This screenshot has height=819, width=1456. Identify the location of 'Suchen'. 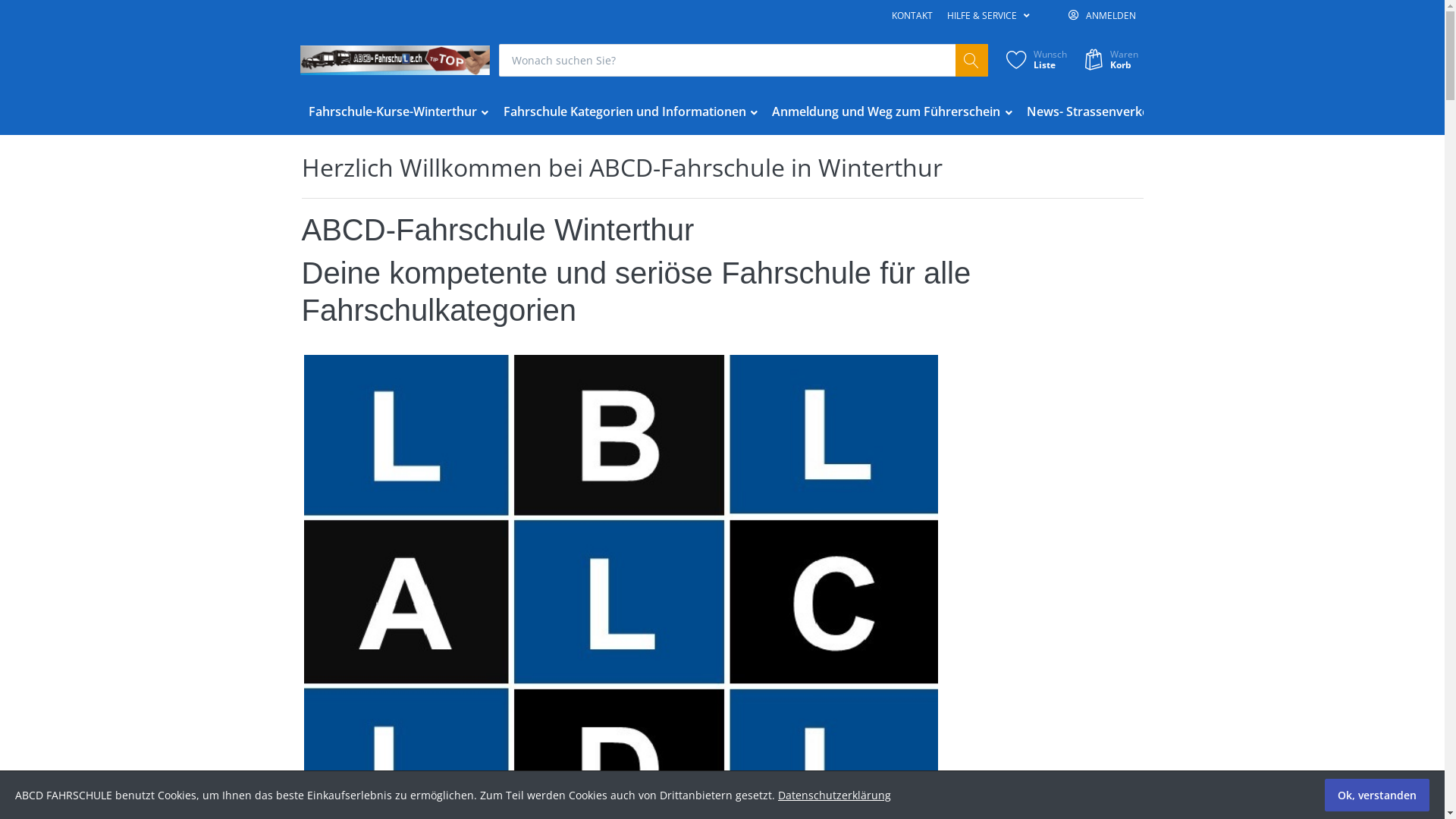
(954, 59).